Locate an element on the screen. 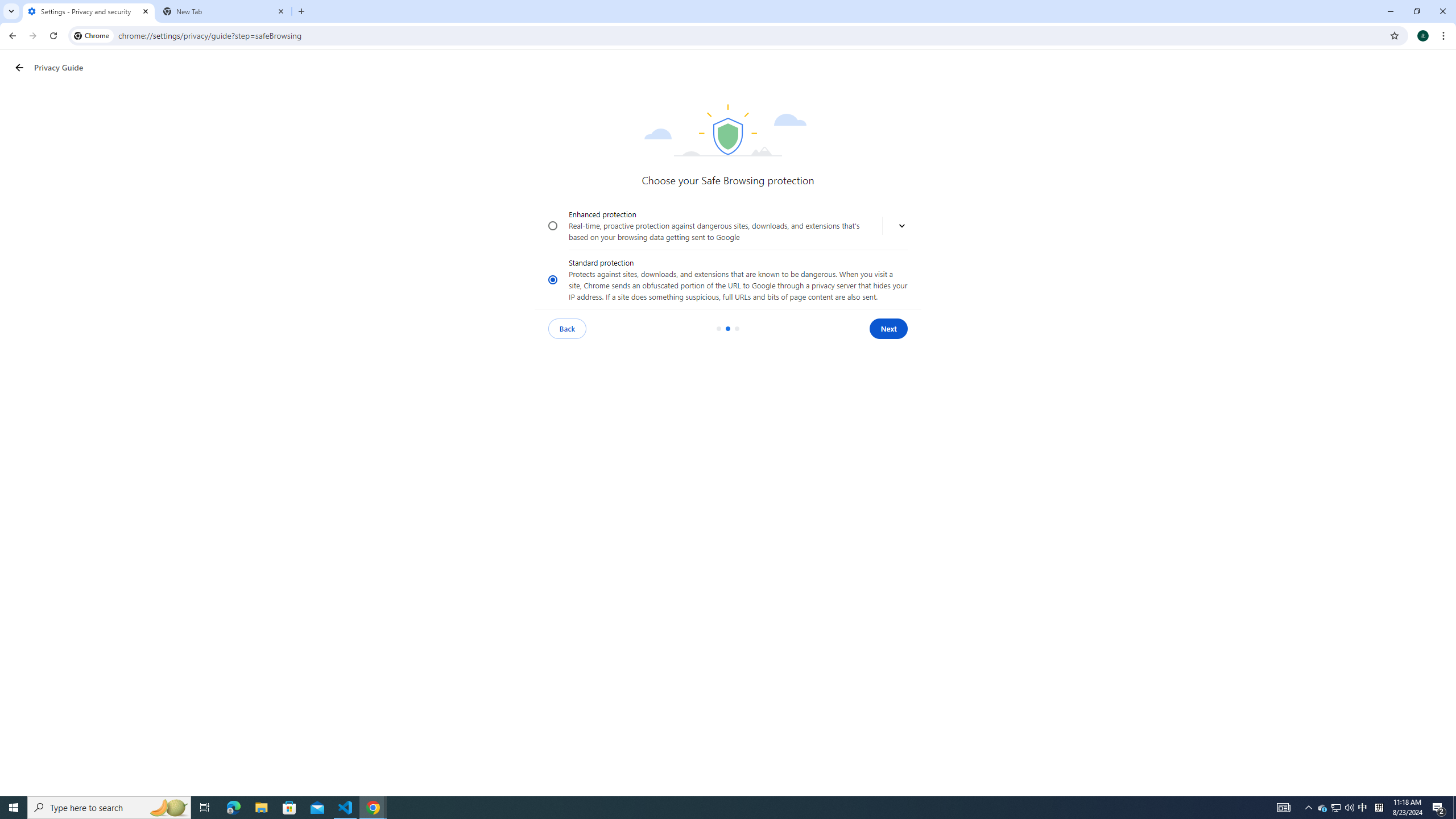 This screenshot has width=1456, height=819. 'Settings - Privacy and security' is located at coordinates (88, 11).